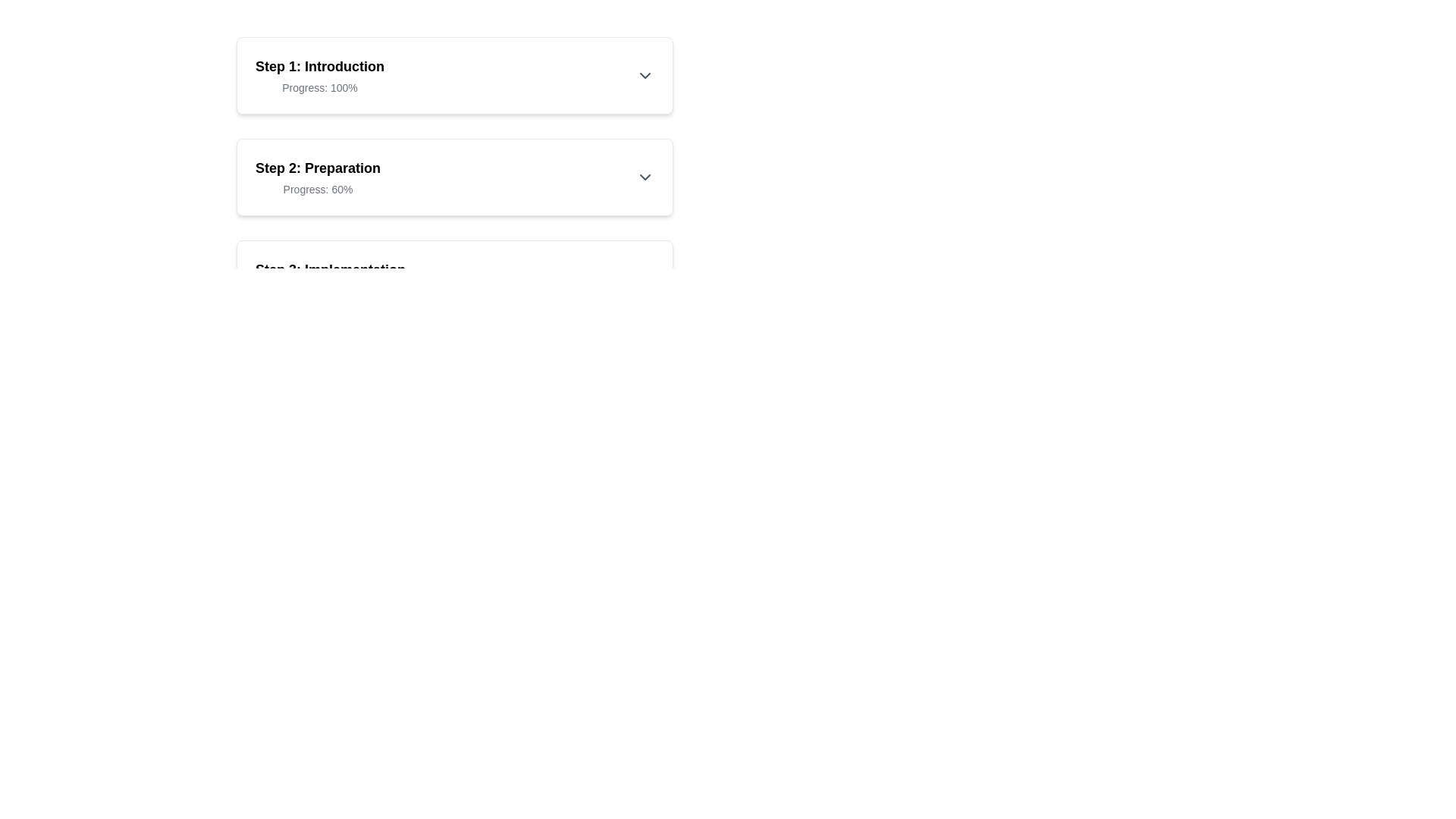  What do you see at coordinates (319, 76) in the screenshot?
I see `progress information from the informational label which displays 'Progress: 100%' below the title 'Step 1: Introduction'` at bounding box center [319, 76].